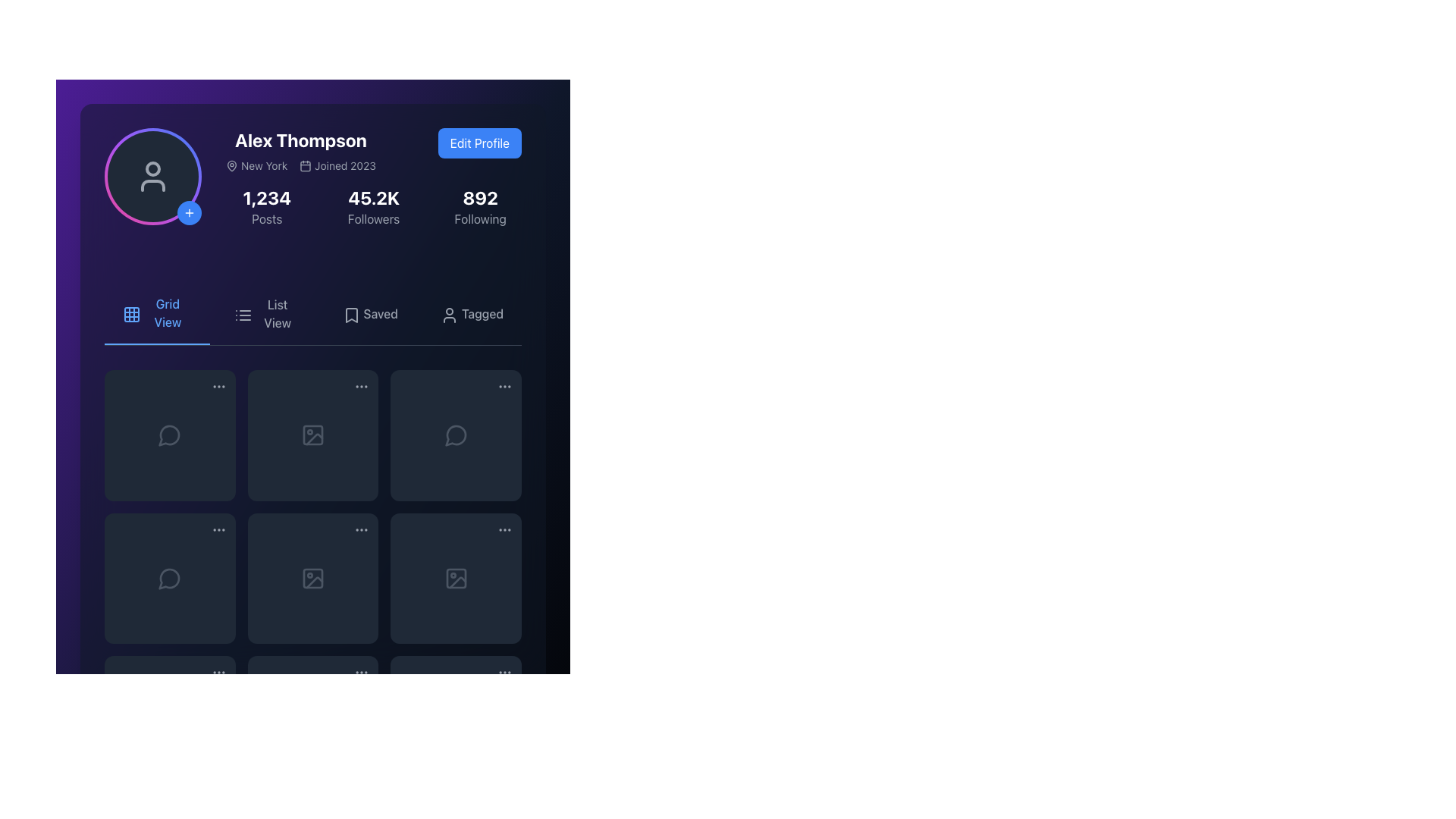 This screenshot has width=1456, height=819. I want to click on the three-dotted options icon button located at the bottom-center of the grid of display panels, so click(361, 672).